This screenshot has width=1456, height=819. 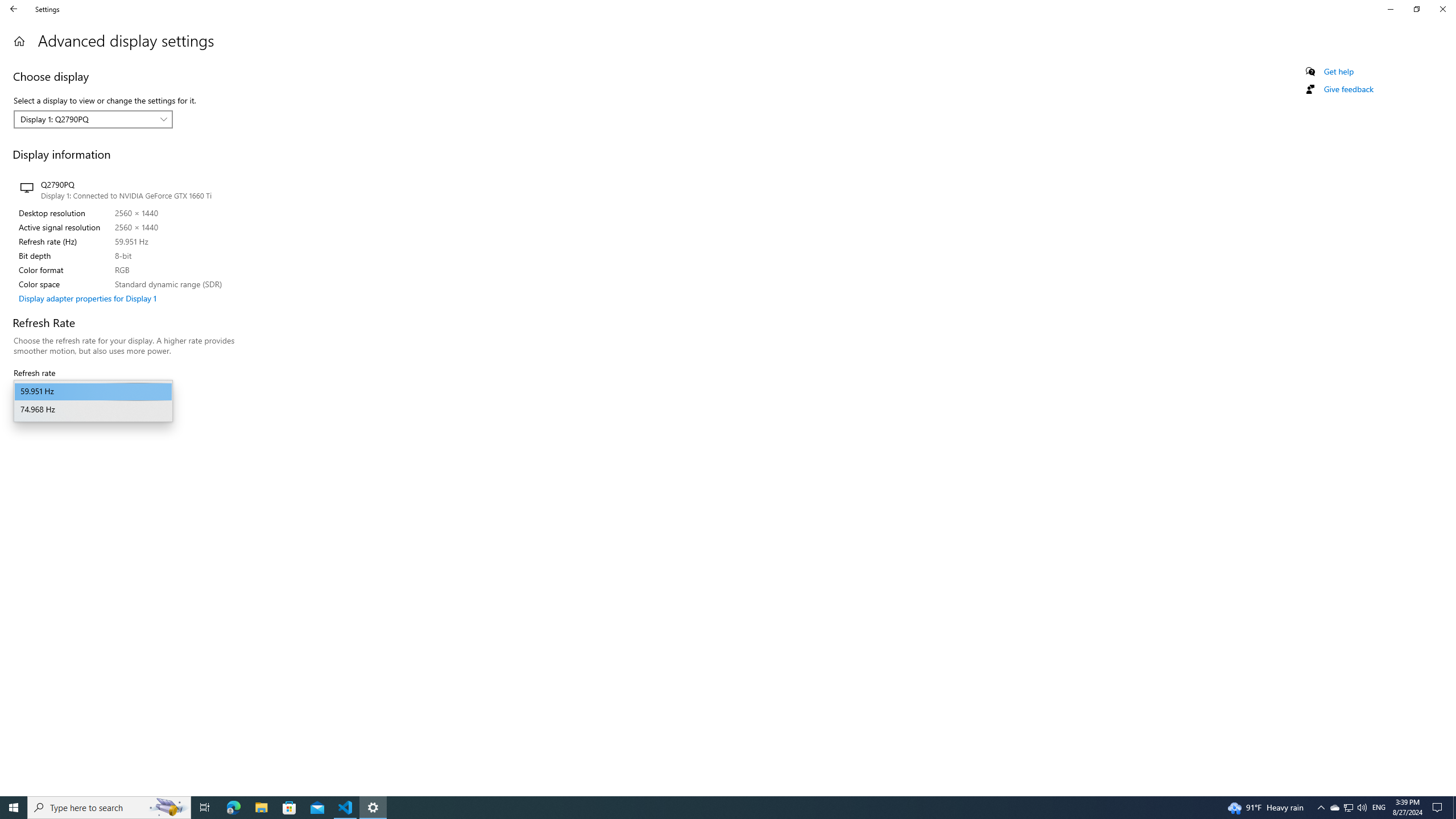 What do you see at coordinates (93, 409) in the screenshot?
I see `'74.968 Hz'` at bounding box center [93, 409].